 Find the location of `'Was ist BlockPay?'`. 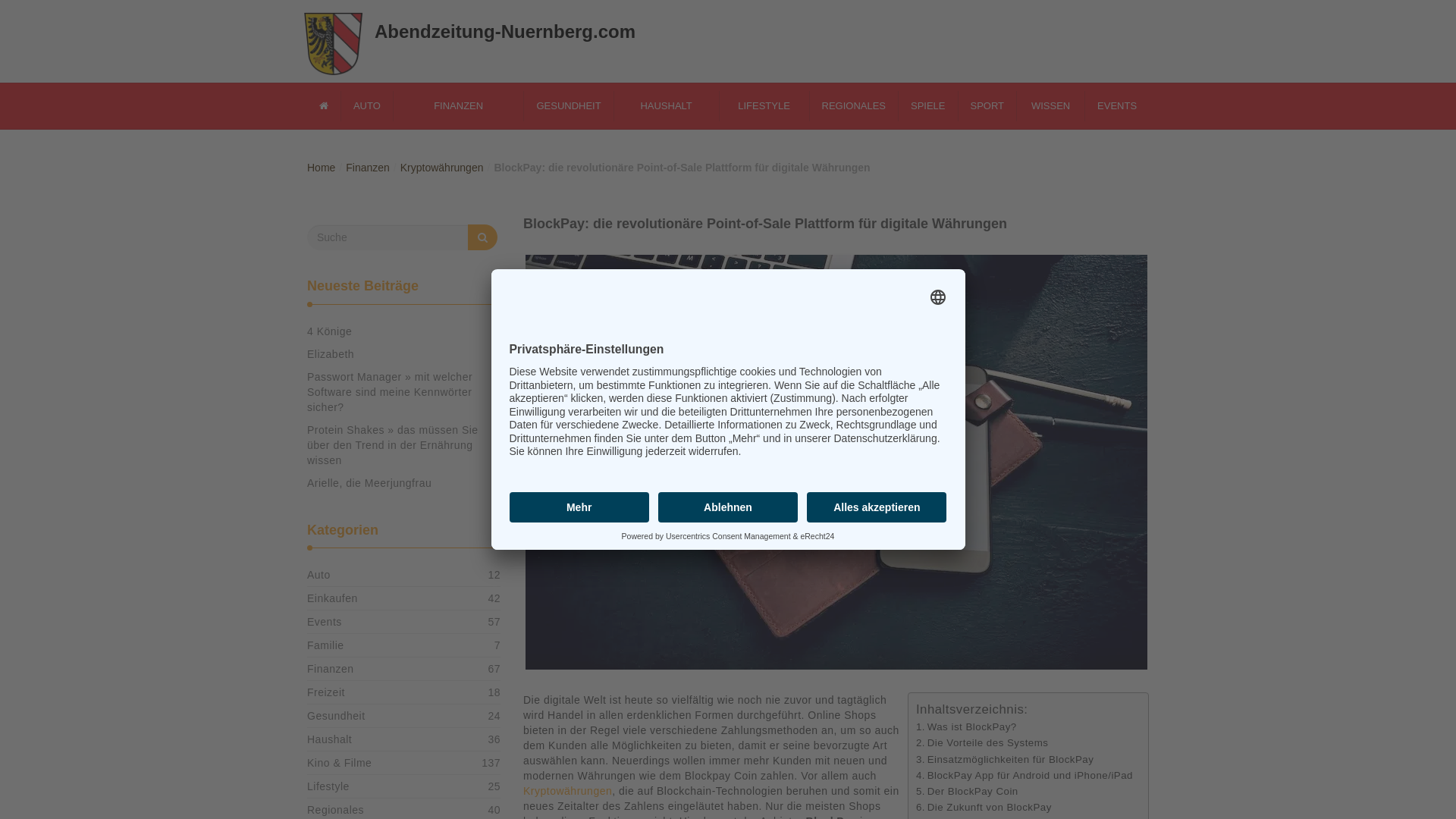

'Was ist BlockPay?' is located at coordinates (910, 726).